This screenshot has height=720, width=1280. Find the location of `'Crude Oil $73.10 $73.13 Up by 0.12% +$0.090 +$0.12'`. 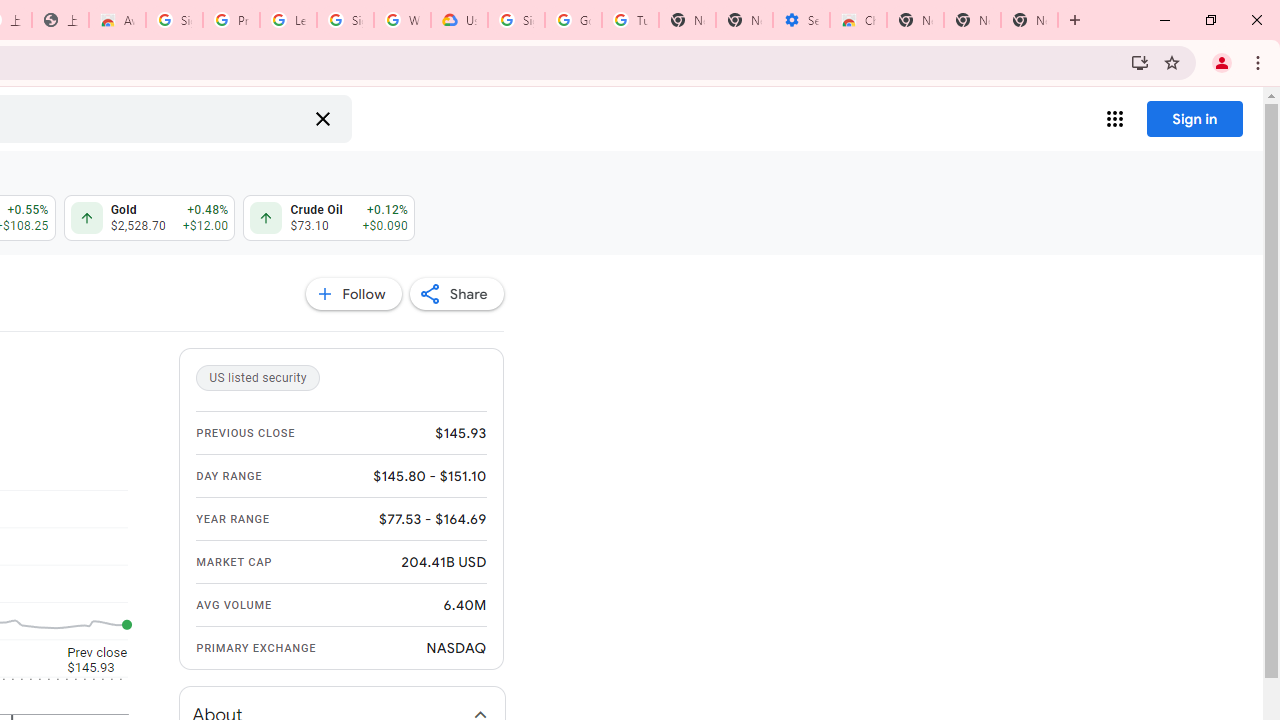

'Crude Oil $73.10 $73.13 Up by 0.12% +$0.090 +$0.12' is located at coordinates (329, 218).